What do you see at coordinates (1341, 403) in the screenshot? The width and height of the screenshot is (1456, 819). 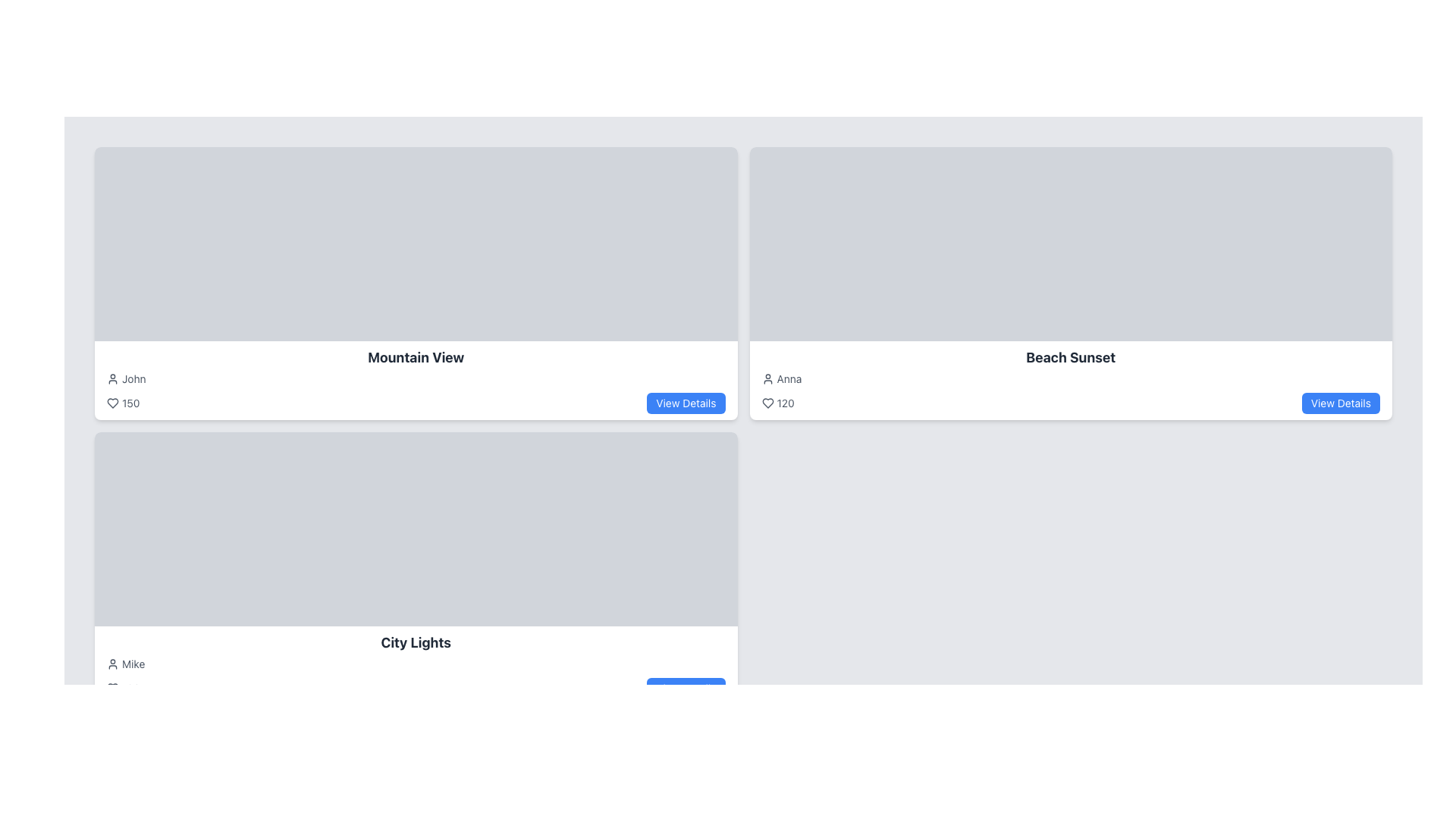 I see `the 'View Details' button, which has a rounded shape and a blue background, located at the bottom right corner of a card layout` at bounding box center [1341, 403].